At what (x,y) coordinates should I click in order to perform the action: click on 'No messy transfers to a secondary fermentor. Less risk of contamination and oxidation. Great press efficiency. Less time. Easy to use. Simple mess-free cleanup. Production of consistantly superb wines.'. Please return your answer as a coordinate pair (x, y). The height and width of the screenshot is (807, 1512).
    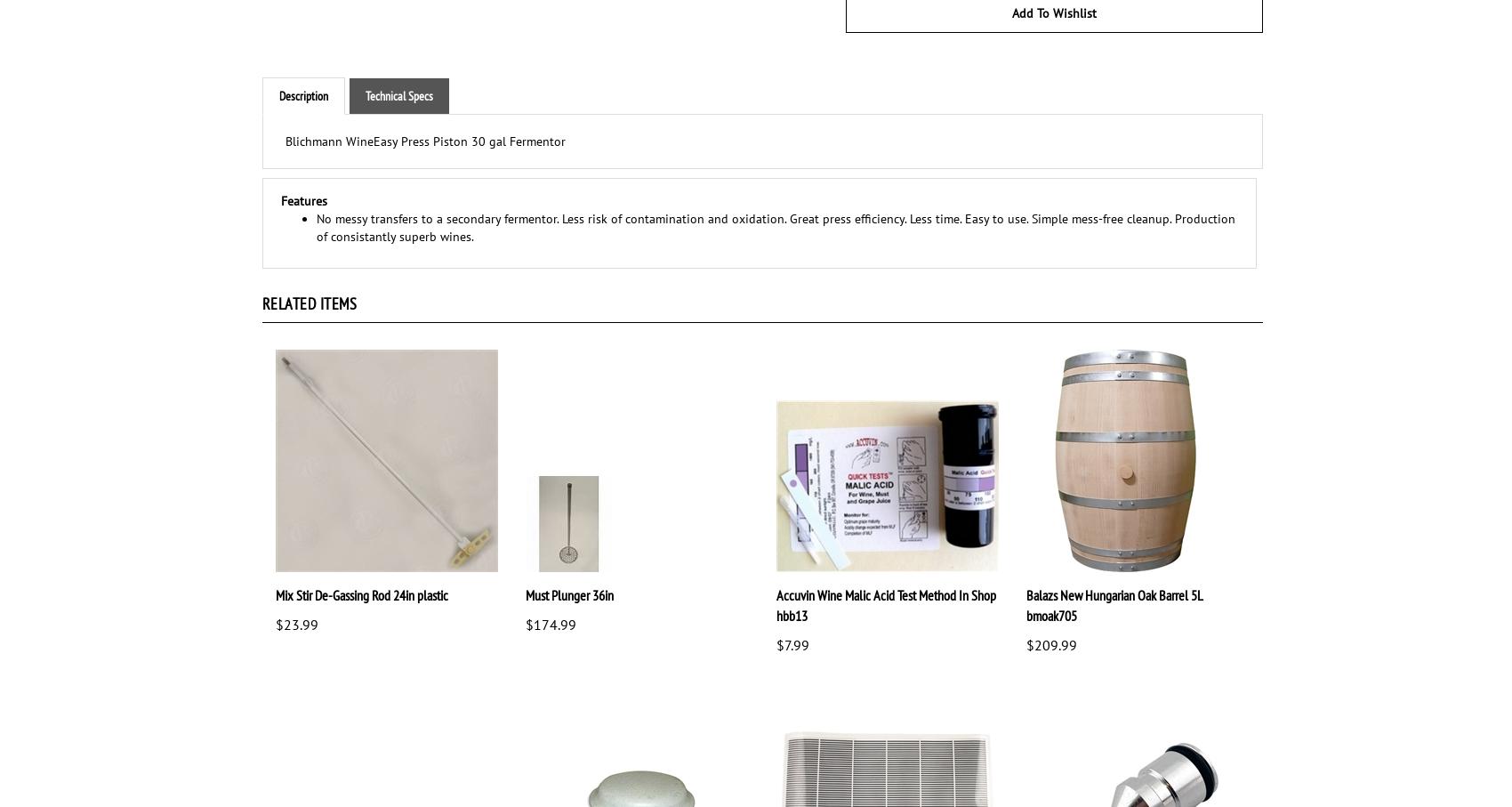
    Looking at the image, I should click on (776, 226).